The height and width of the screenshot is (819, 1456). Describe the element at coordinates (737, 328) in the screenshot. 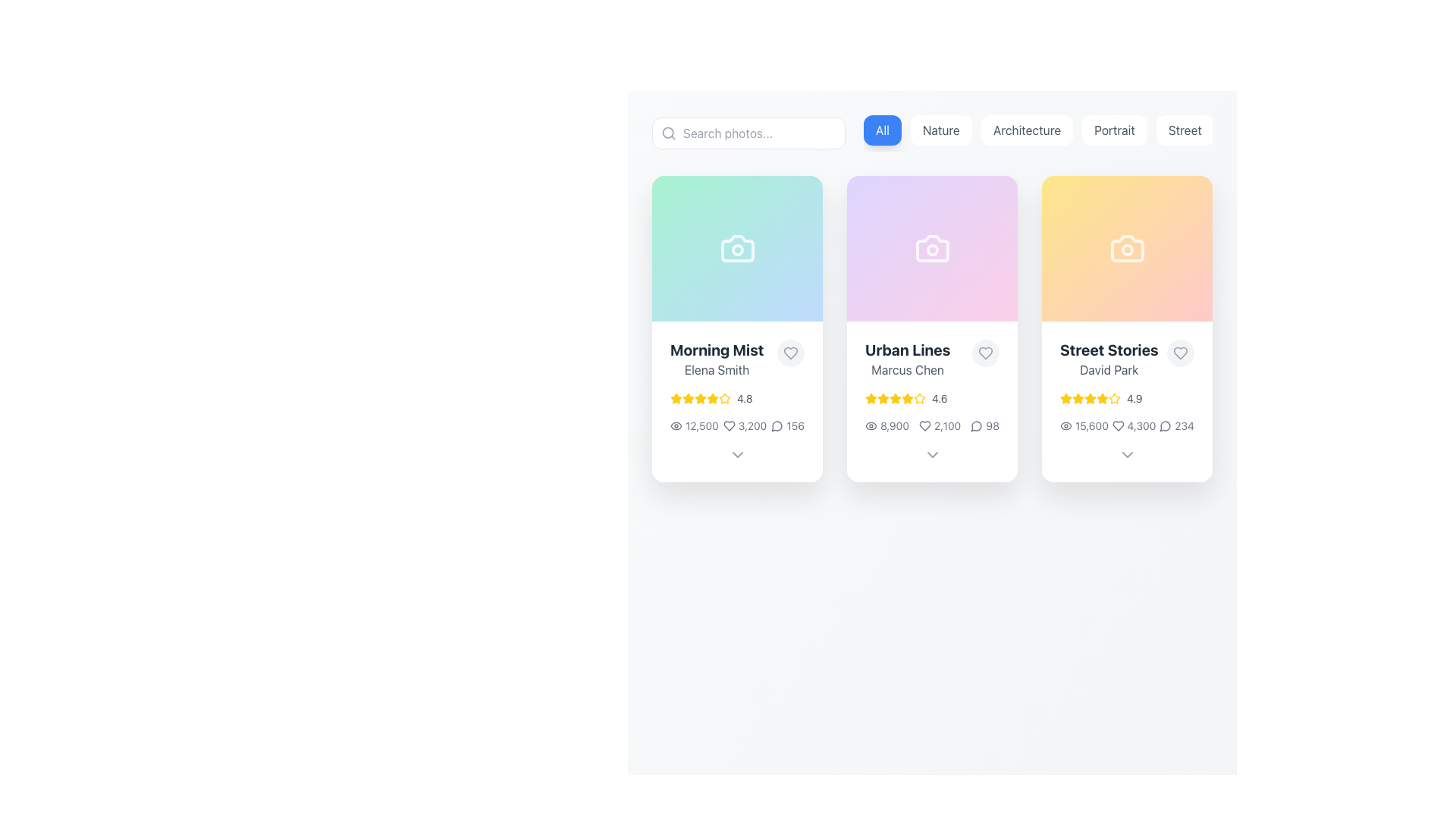

I see `the first clickable card element` at that location.